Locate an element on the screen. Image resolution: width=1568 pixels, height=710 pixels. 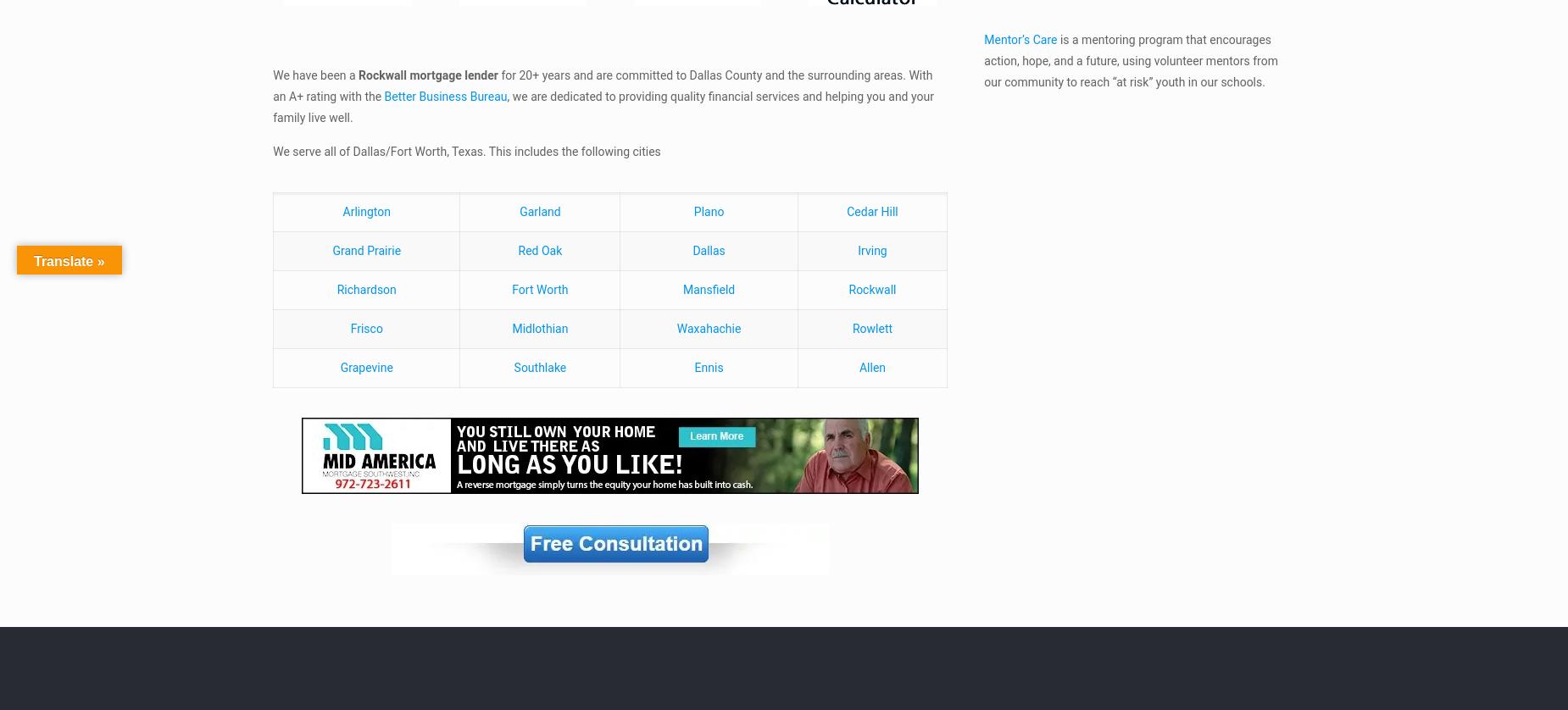
'Grapevine' is located at coordinates (364, 366).